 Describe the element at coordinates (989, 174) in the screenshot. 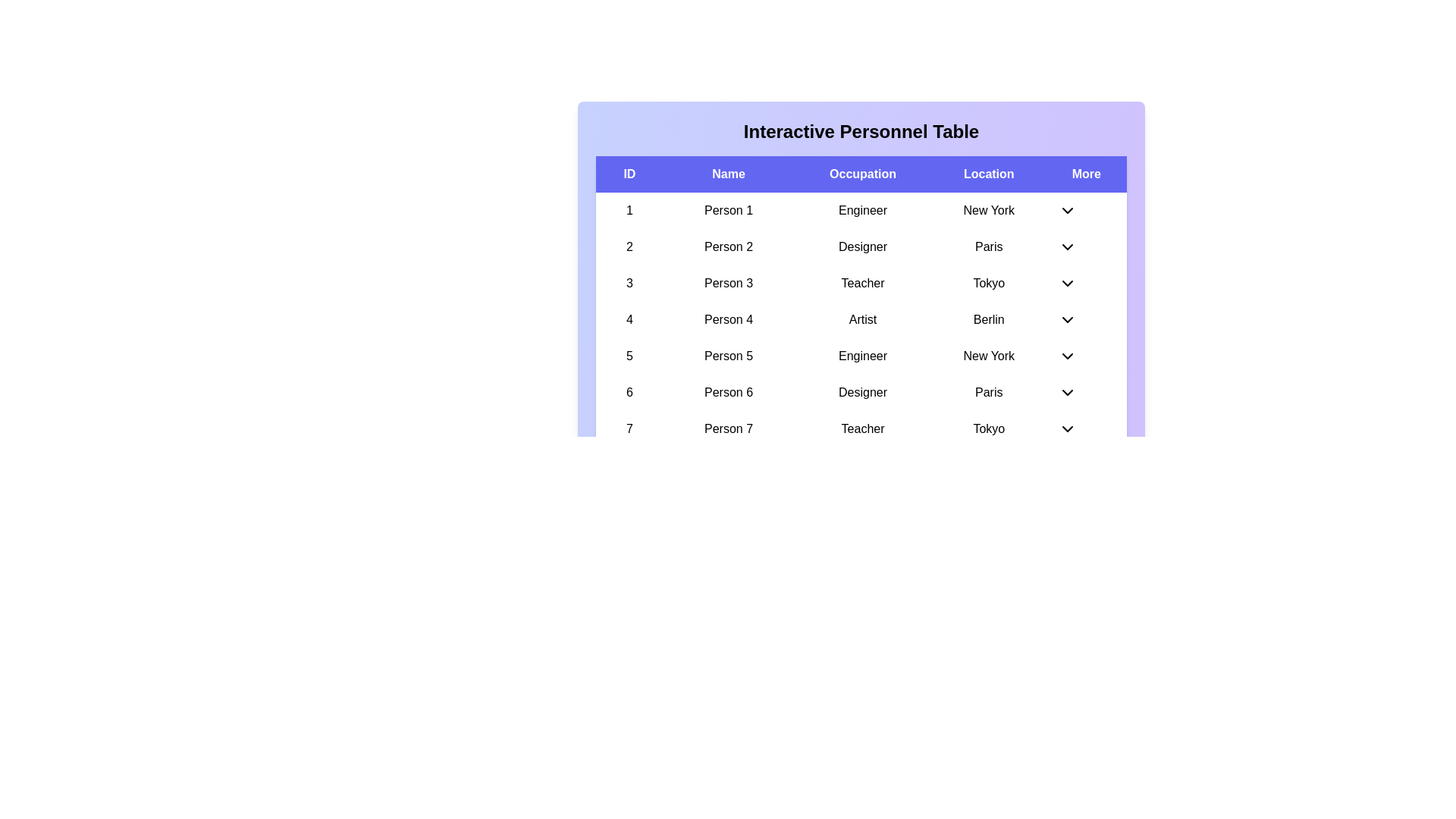

I see `the column header Location to sort the table by that column` at that location.